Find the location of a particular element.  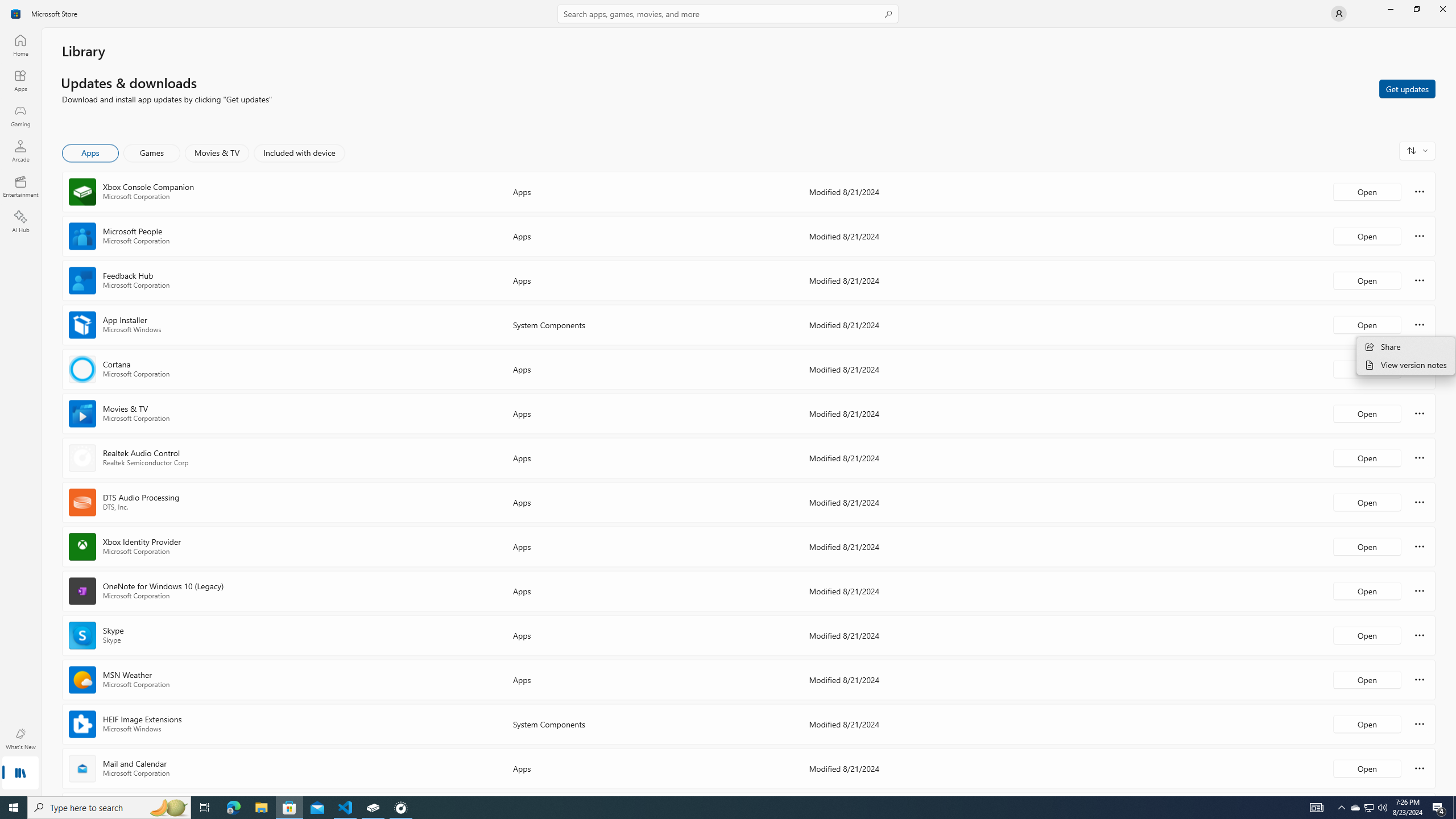

'Included with device' is located at coordinates (299, 152).